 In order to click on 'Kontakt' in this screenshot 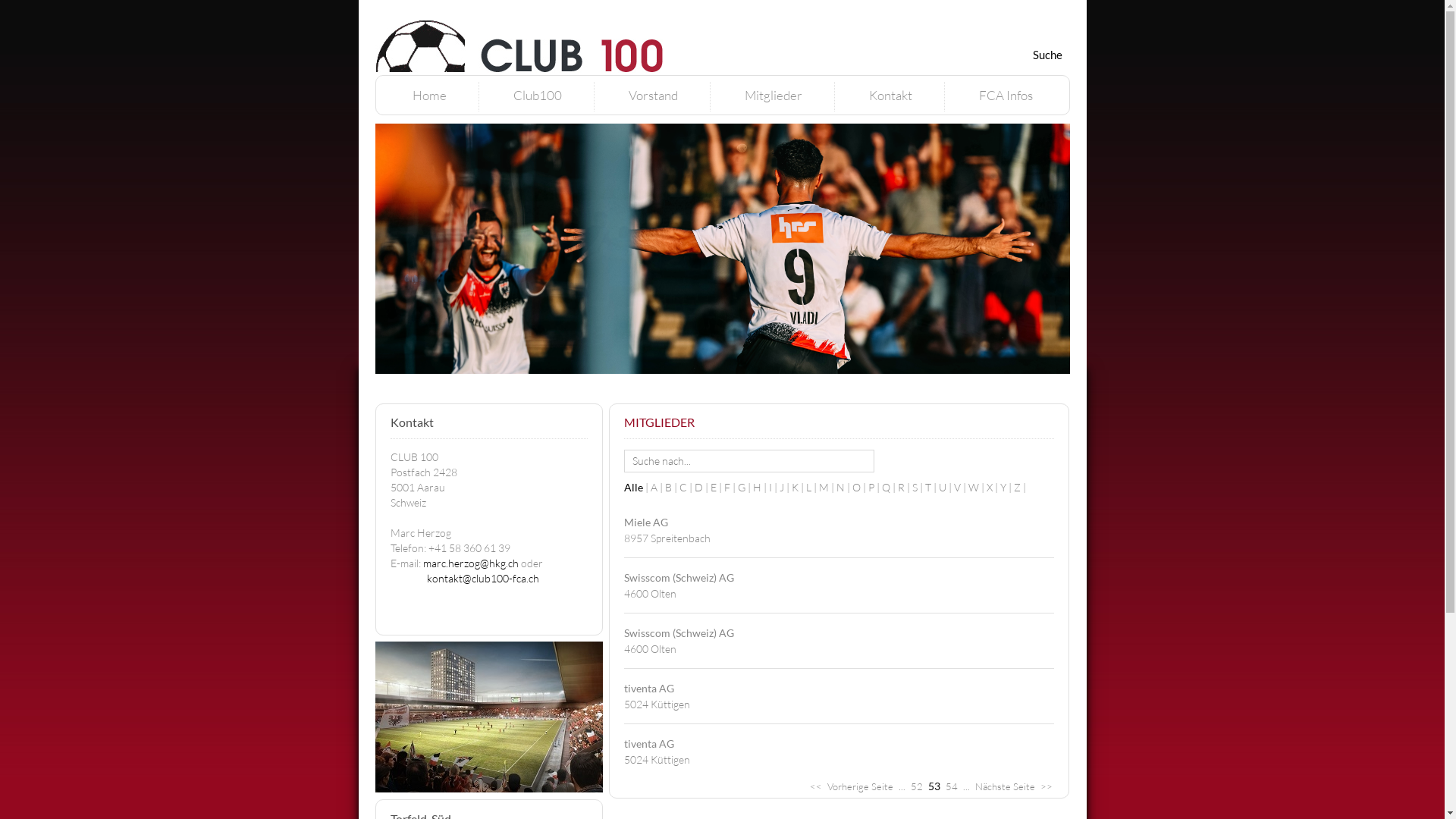, I will do `click(869, 95)`.